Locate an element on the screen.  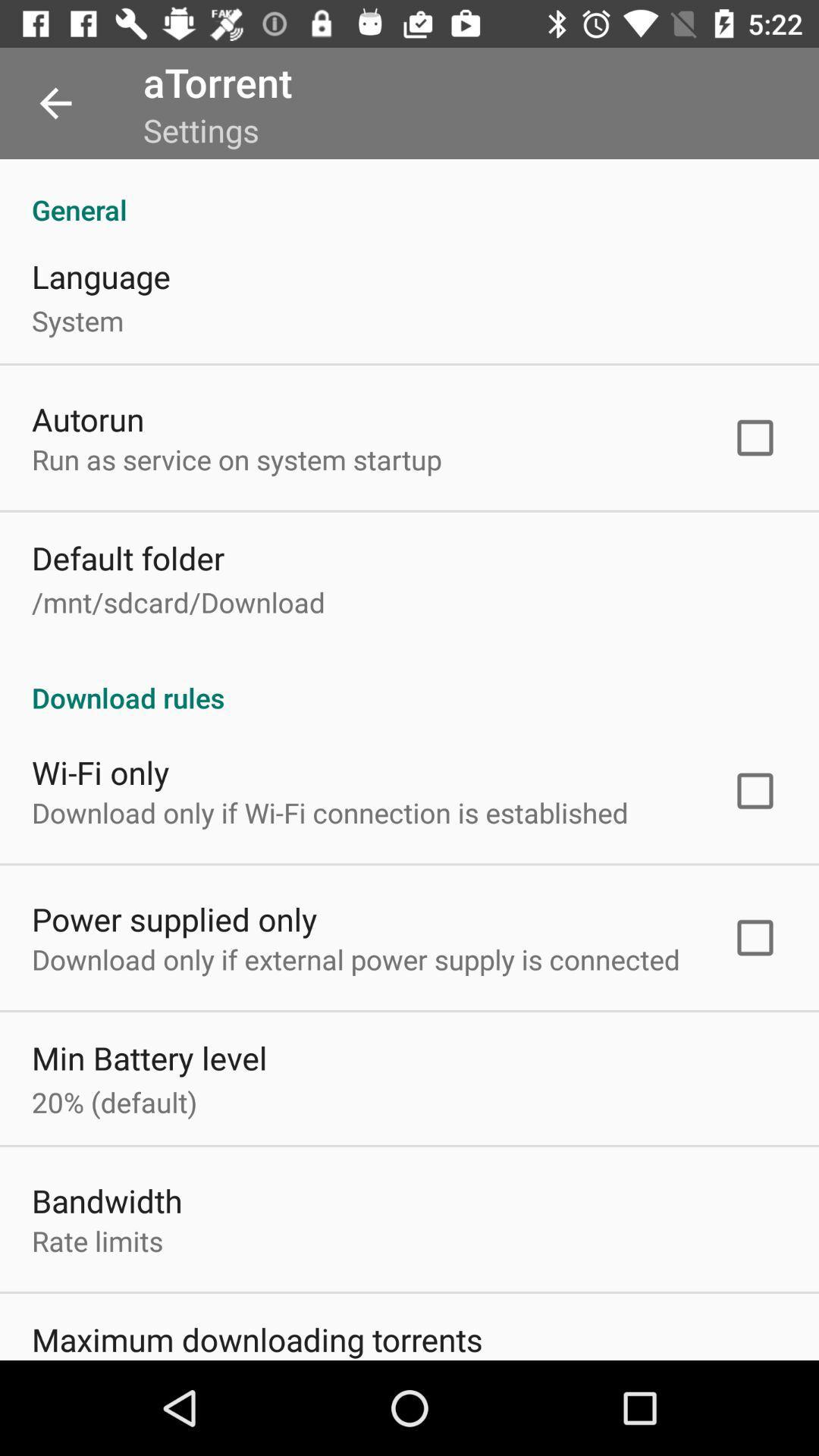
the maximum downloading torrents item is located at coordinates (256, 1338).